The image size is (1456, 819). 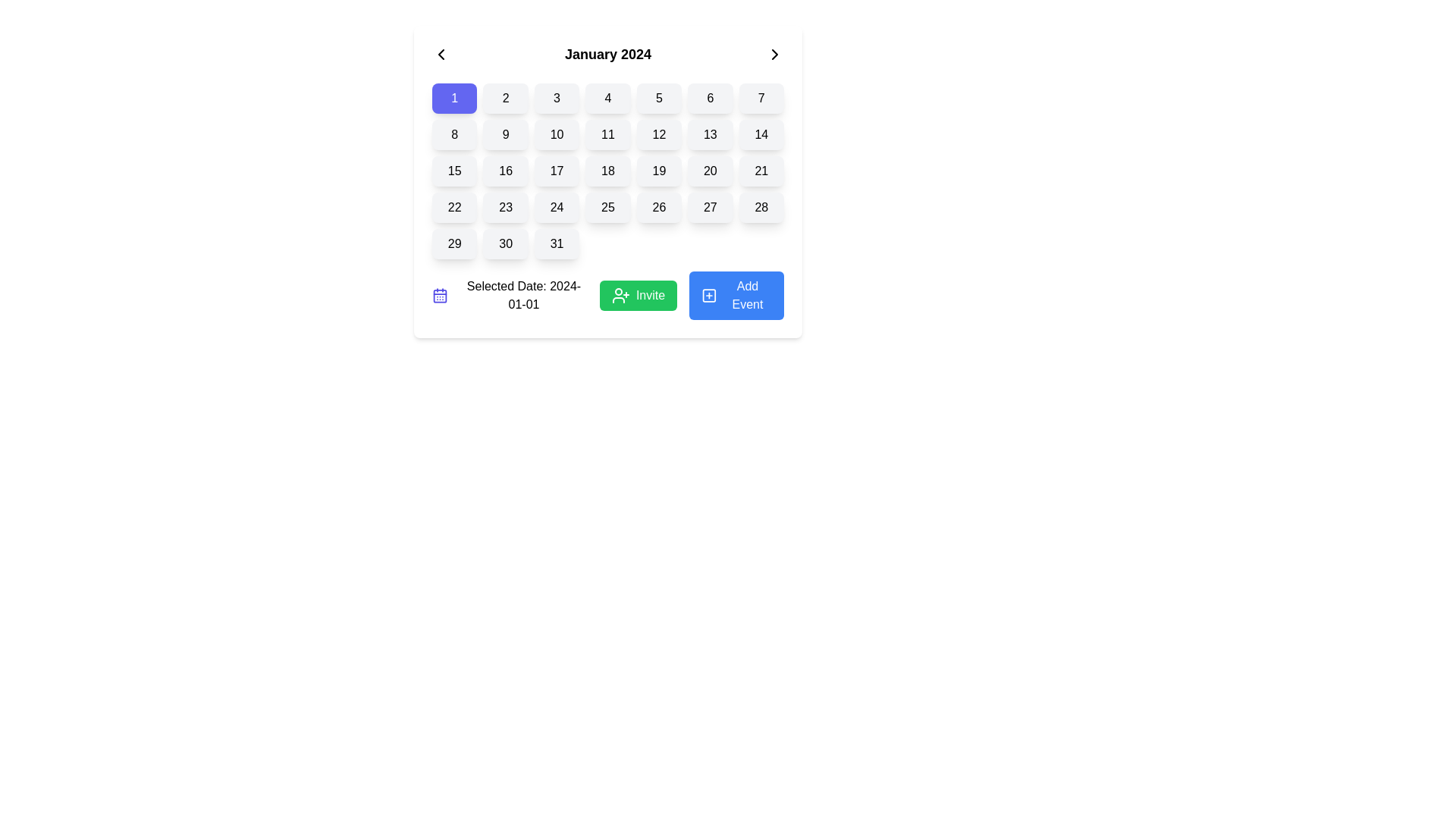 I want to click on the specific day cell in the calendar grid, so click(x=607, y=171).